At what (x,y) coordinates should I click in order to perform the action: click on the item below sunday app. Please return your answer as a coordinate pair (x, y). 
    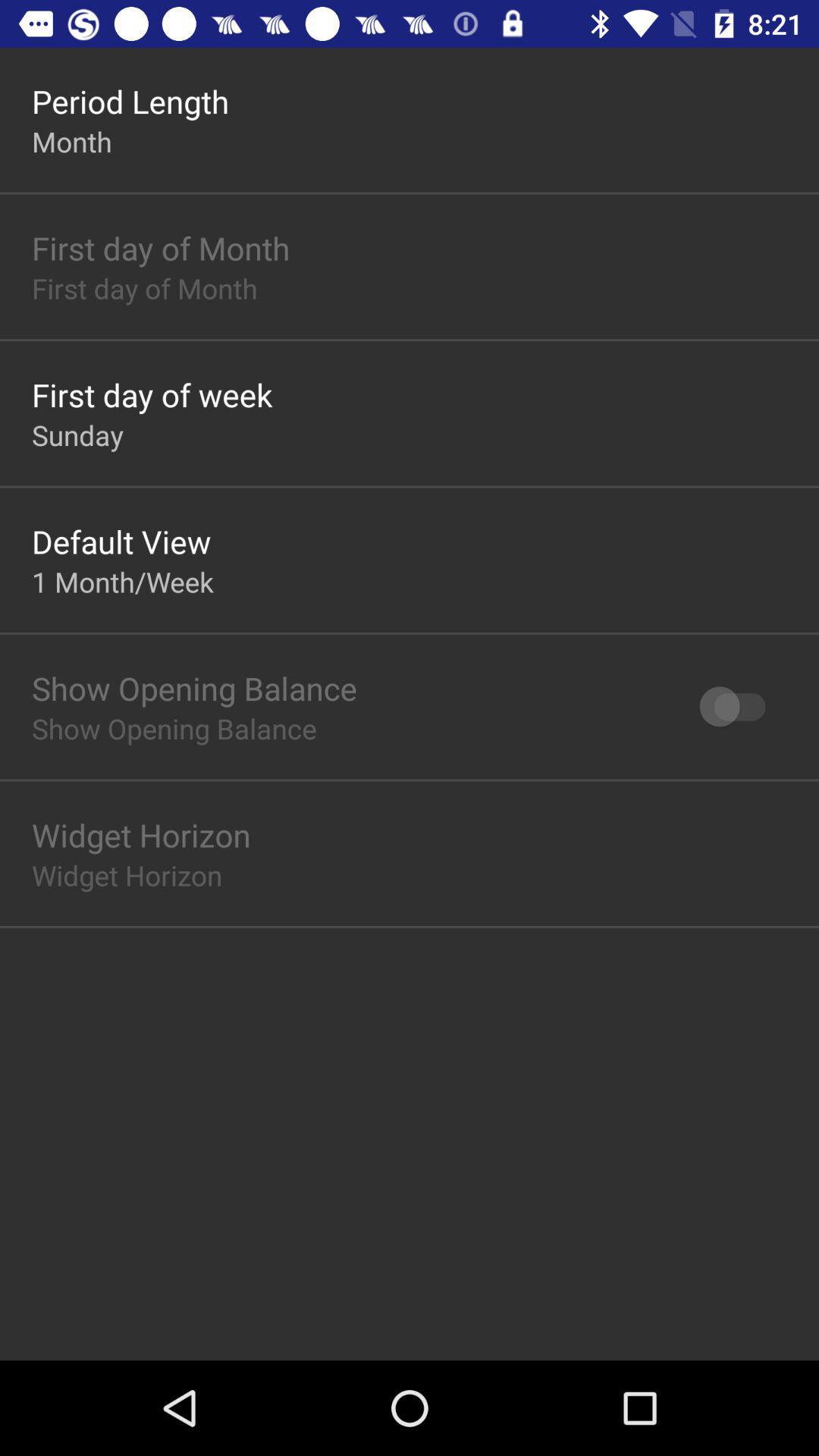
    Looking at the image, I should click on (121, 541).